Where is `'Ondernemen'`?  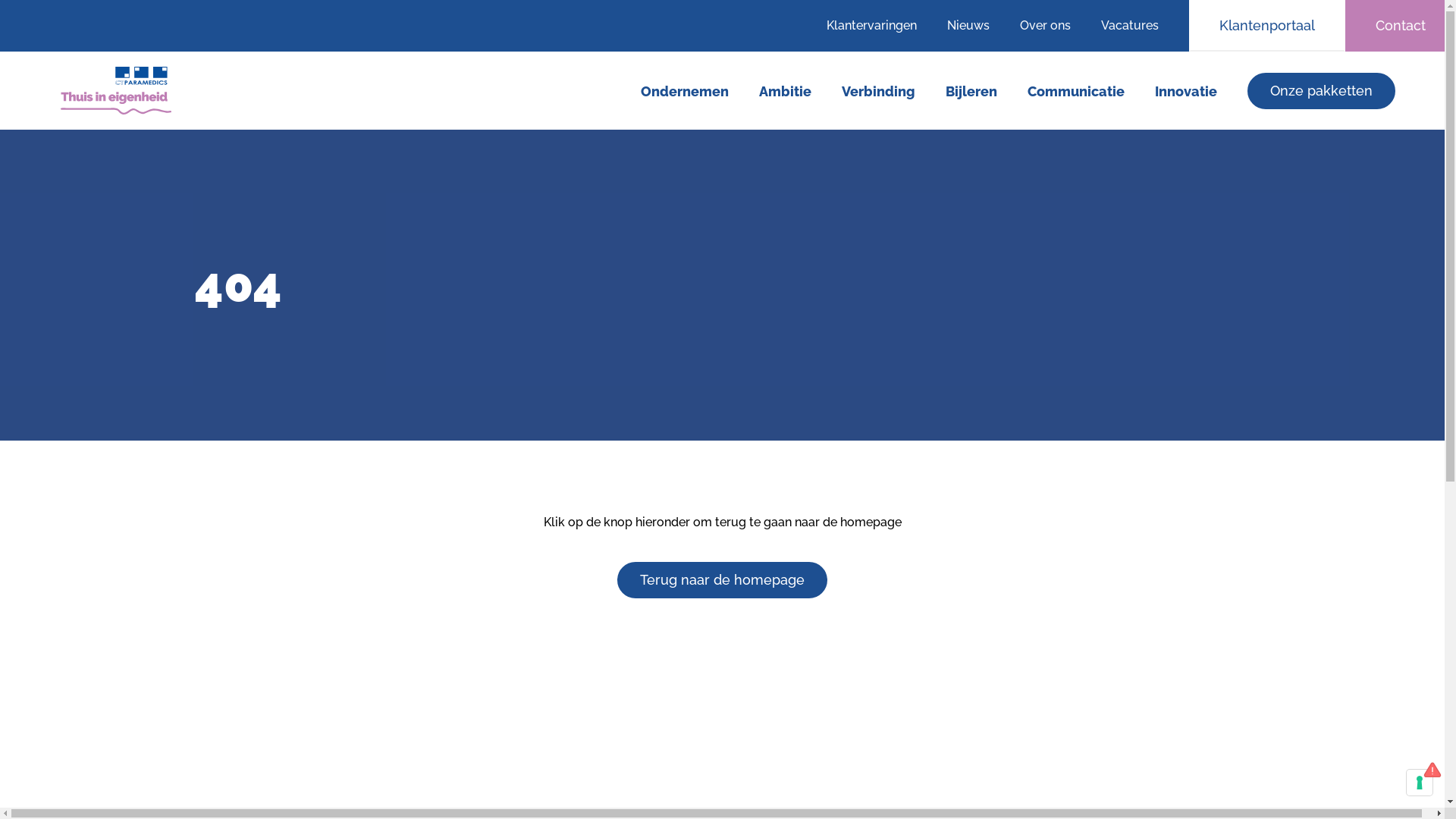 'Ondernemen' is located at coordinates (683, 91).